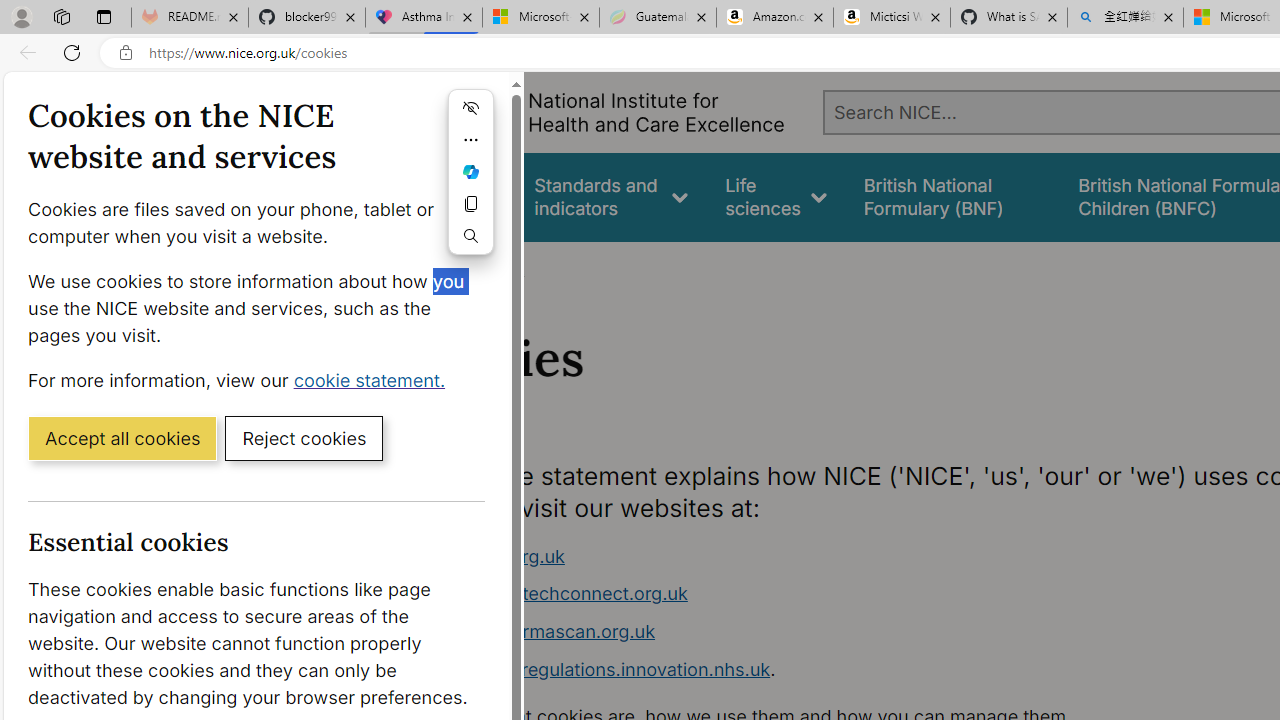  What do you see at coordinates (470, 183) in the screenshot?
I see `'Mini menu on text selection'` at bounding box center [470, 183].